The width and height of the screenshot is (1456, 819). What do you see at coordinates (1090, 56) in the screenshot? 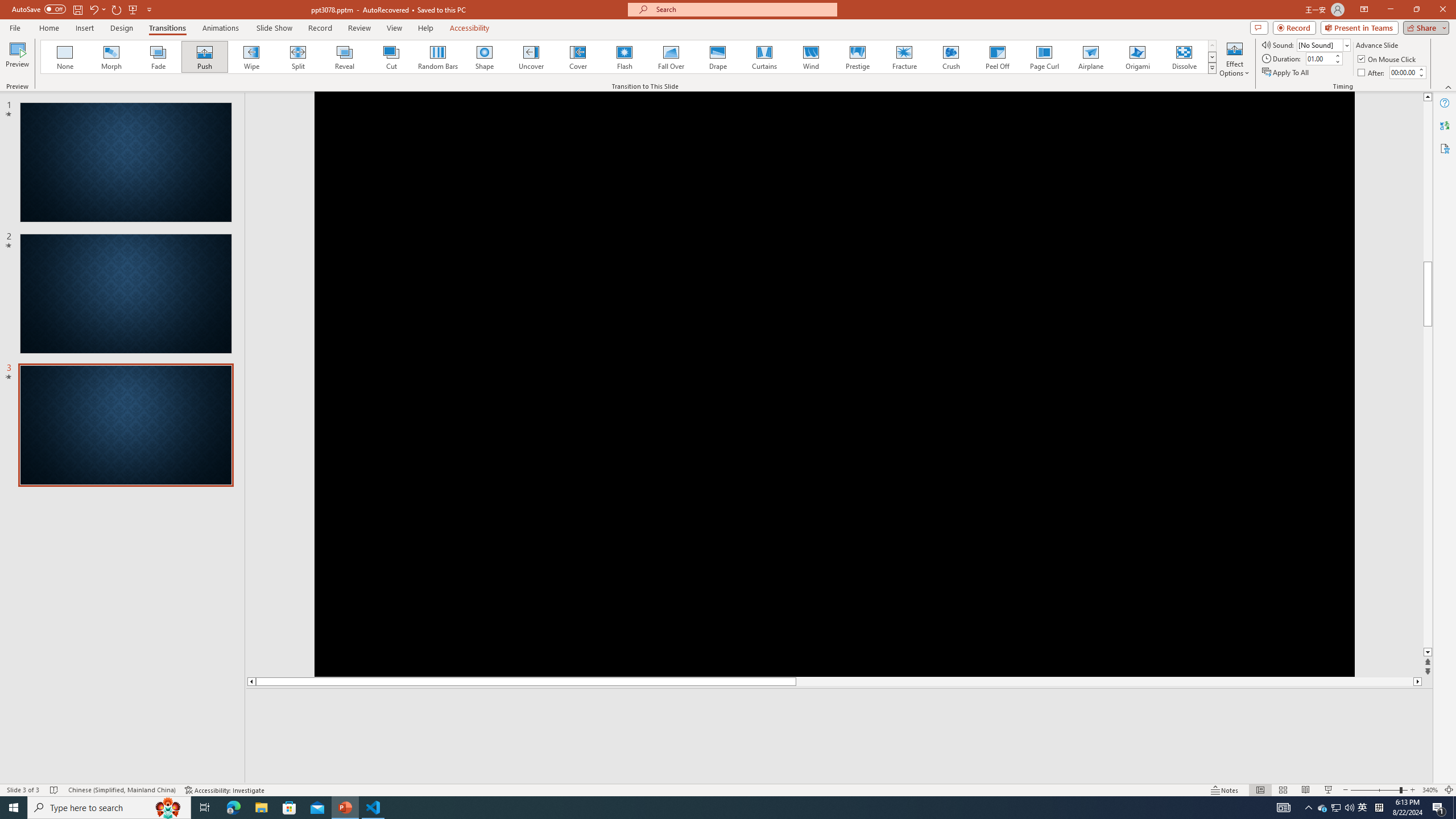
I see `'Airplane'` at bounding box center [1090, 56].